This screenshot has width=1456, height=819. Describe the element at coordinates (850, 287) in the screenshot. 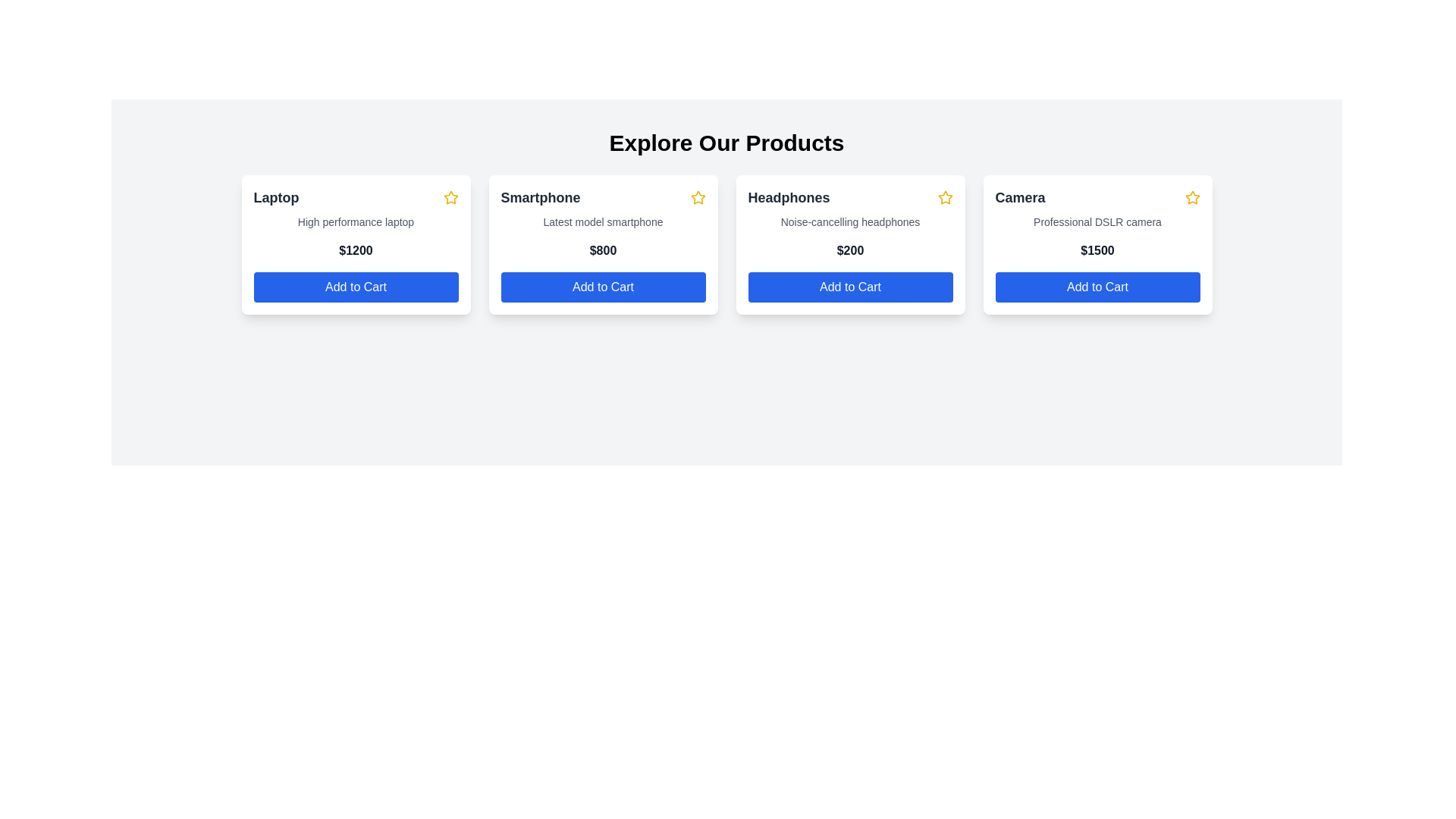

I see `the 'Add to Cart' button for the Headphones product located in the third product card from the left` at that location.